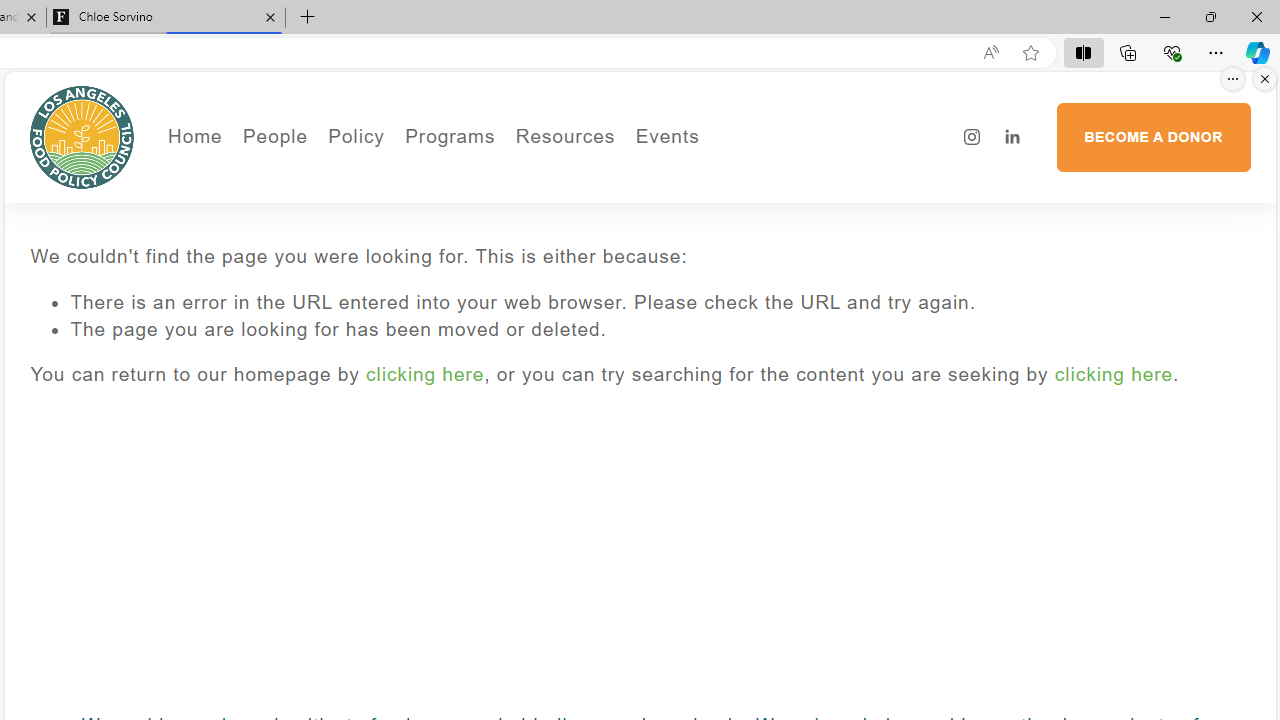 The width and height of the screenshot is (1280, 720). Describe the element at coordinates (1153, 136) in the screenshot. I see `'BECOME A DONOR'` at that location.